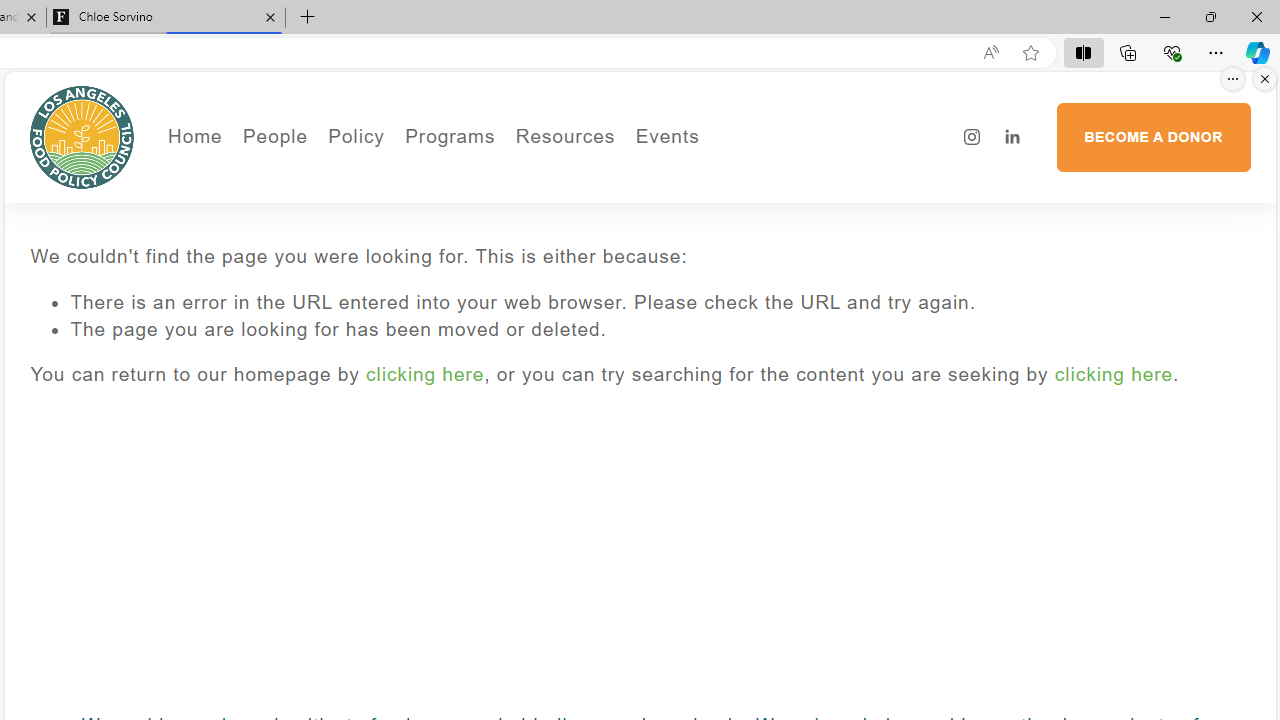 The width and height of the screenshot is (1280, 720). Describe the element at coordinates (1153, 136) in the screenshot. I see `'BECOME A DONOR'` at that location.